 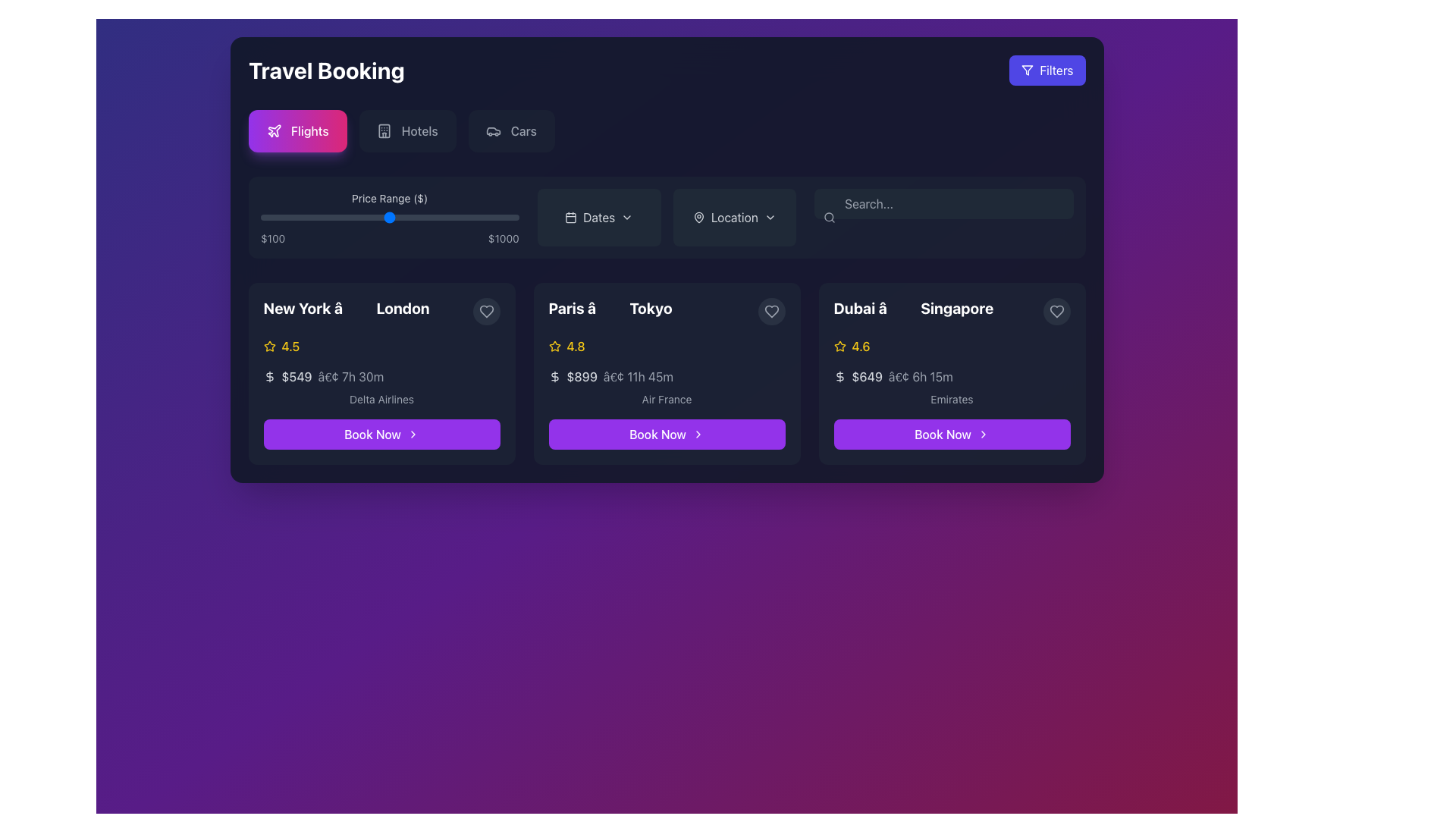 I want to click on the text label displaying the flight route 'Dubai → Singapore', which is styled in bold white text on a dark background, located at the top of the last flight card on the right-hand side of the UI, so click(x=951, y=311).